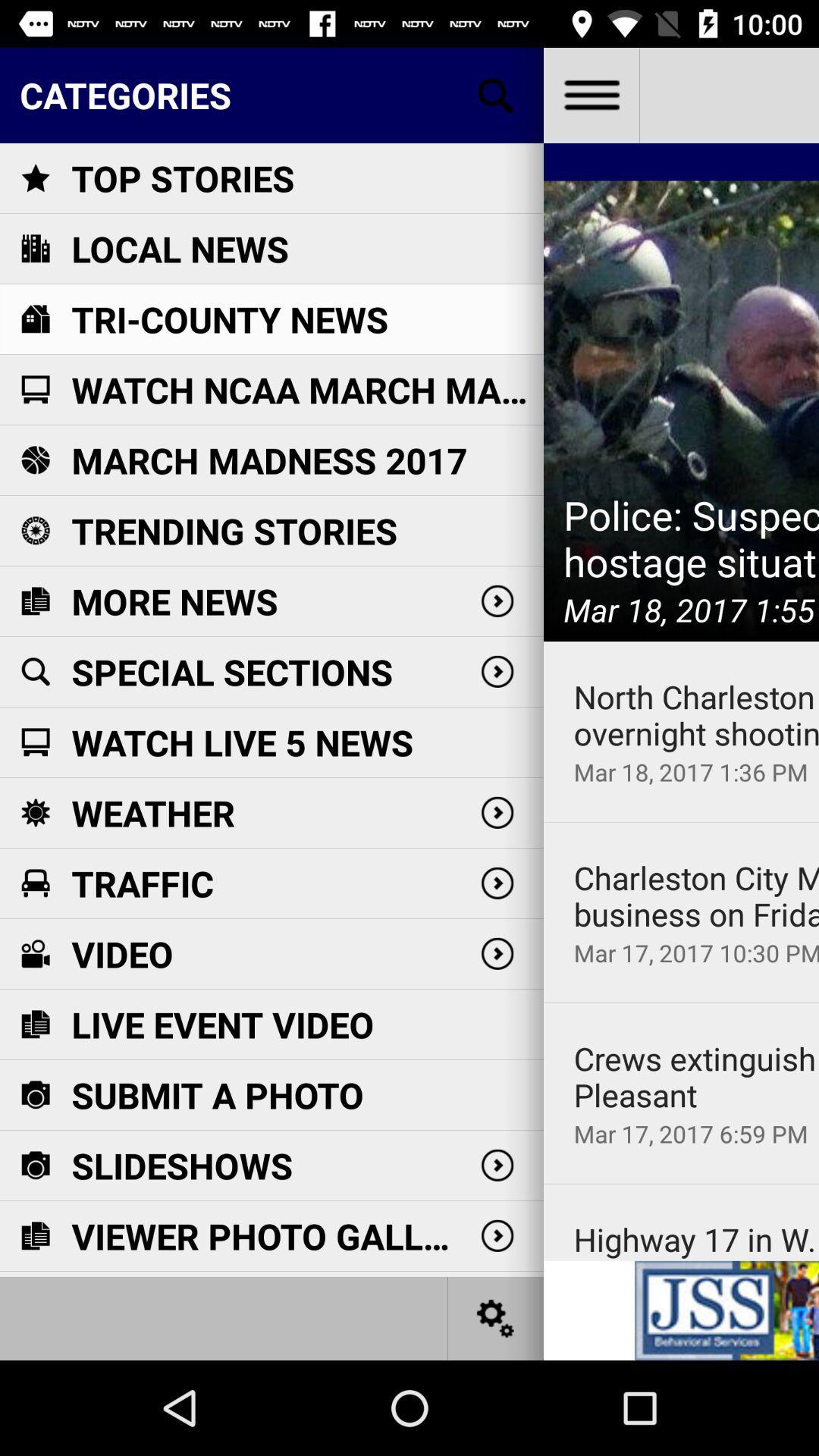 This screenshot has width=819, height=1456. What do you see at coordinates (496, 94) in the screenshot?
I see `the search icon` at bounding box center [496, 94].